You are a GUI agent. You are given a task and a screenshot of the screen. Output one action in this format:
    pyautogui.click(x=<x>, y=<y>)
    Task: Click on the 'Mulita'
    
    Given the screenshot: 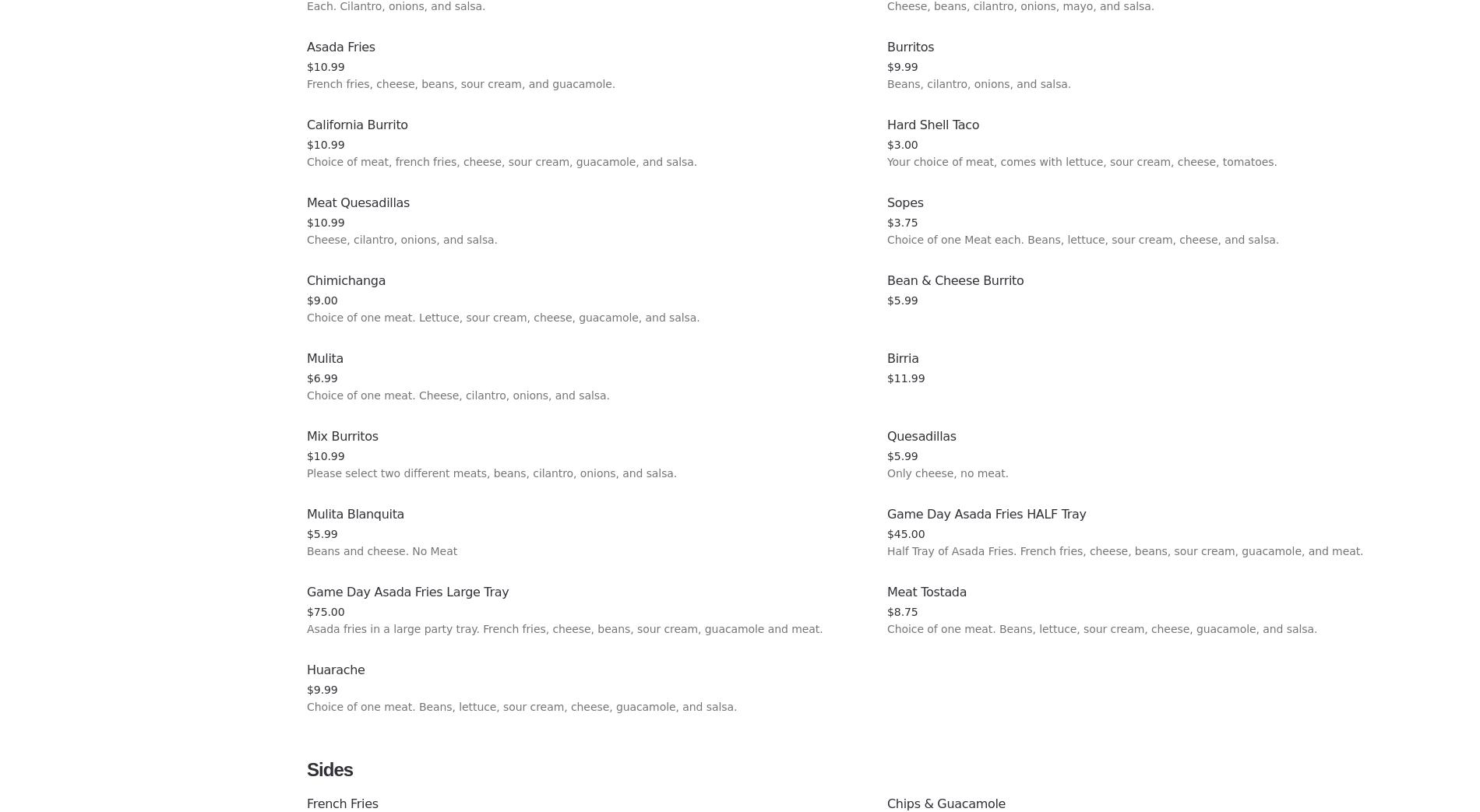 What is the action you would take?
    pyautogui.click(x=324, y=357)
    